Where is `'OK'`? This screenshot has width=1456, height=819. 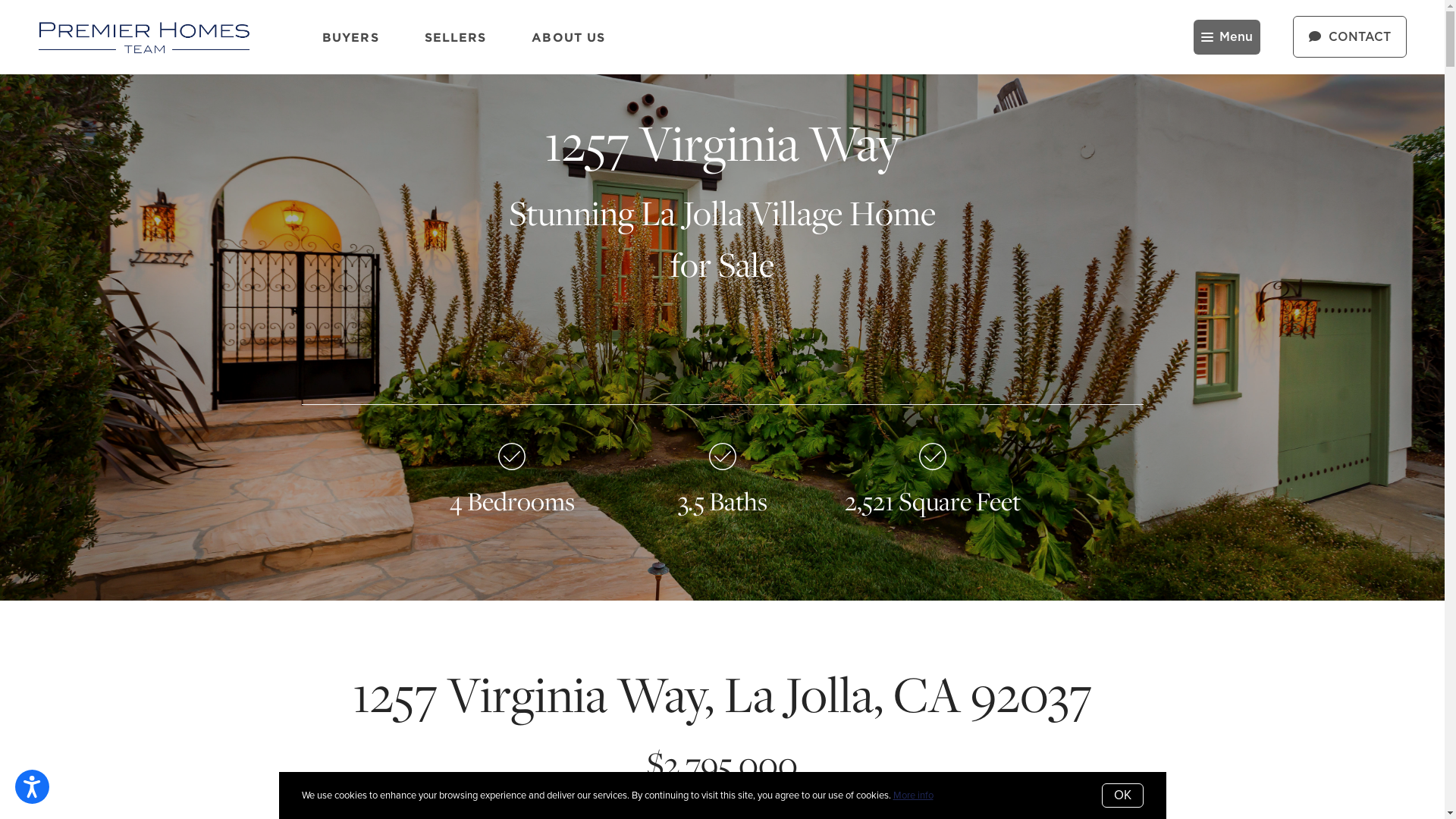
'OK' is located at coordinates (1122, 795).